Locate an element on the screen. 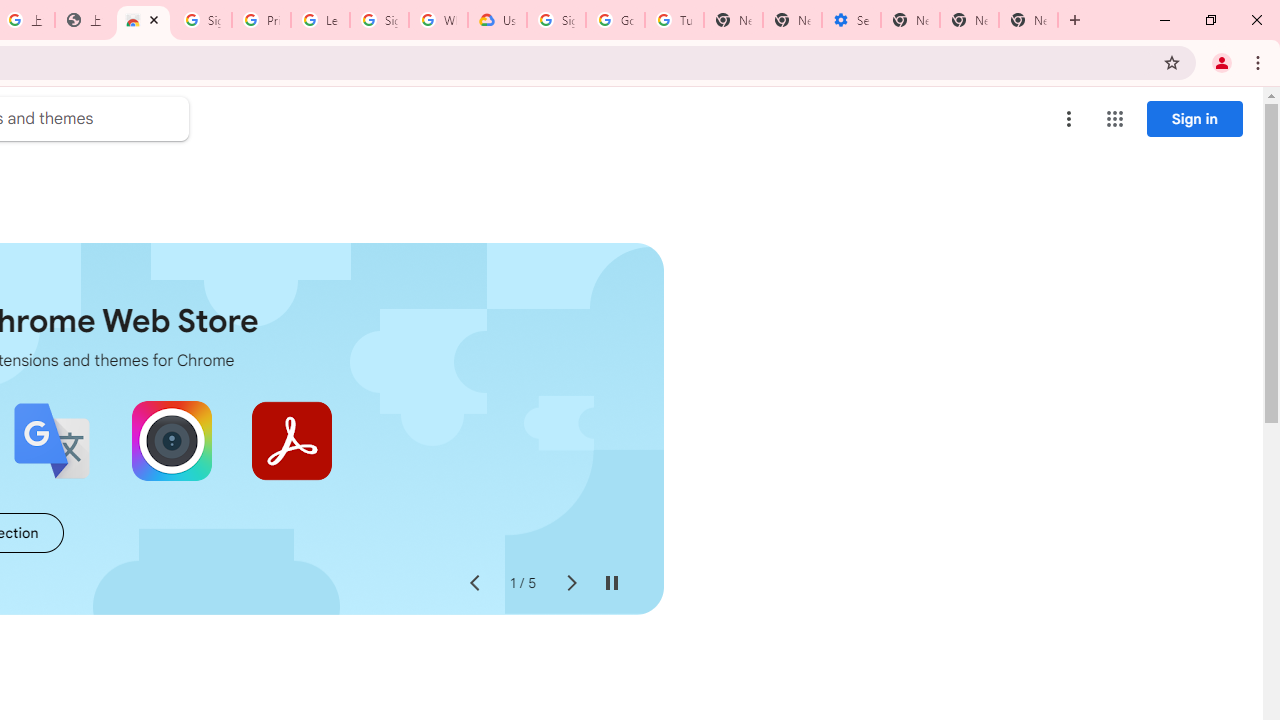 Image resolution: width=1280 pixels, height=720 pixels. 'Google Account Help' is located at coordinates (614, 20).